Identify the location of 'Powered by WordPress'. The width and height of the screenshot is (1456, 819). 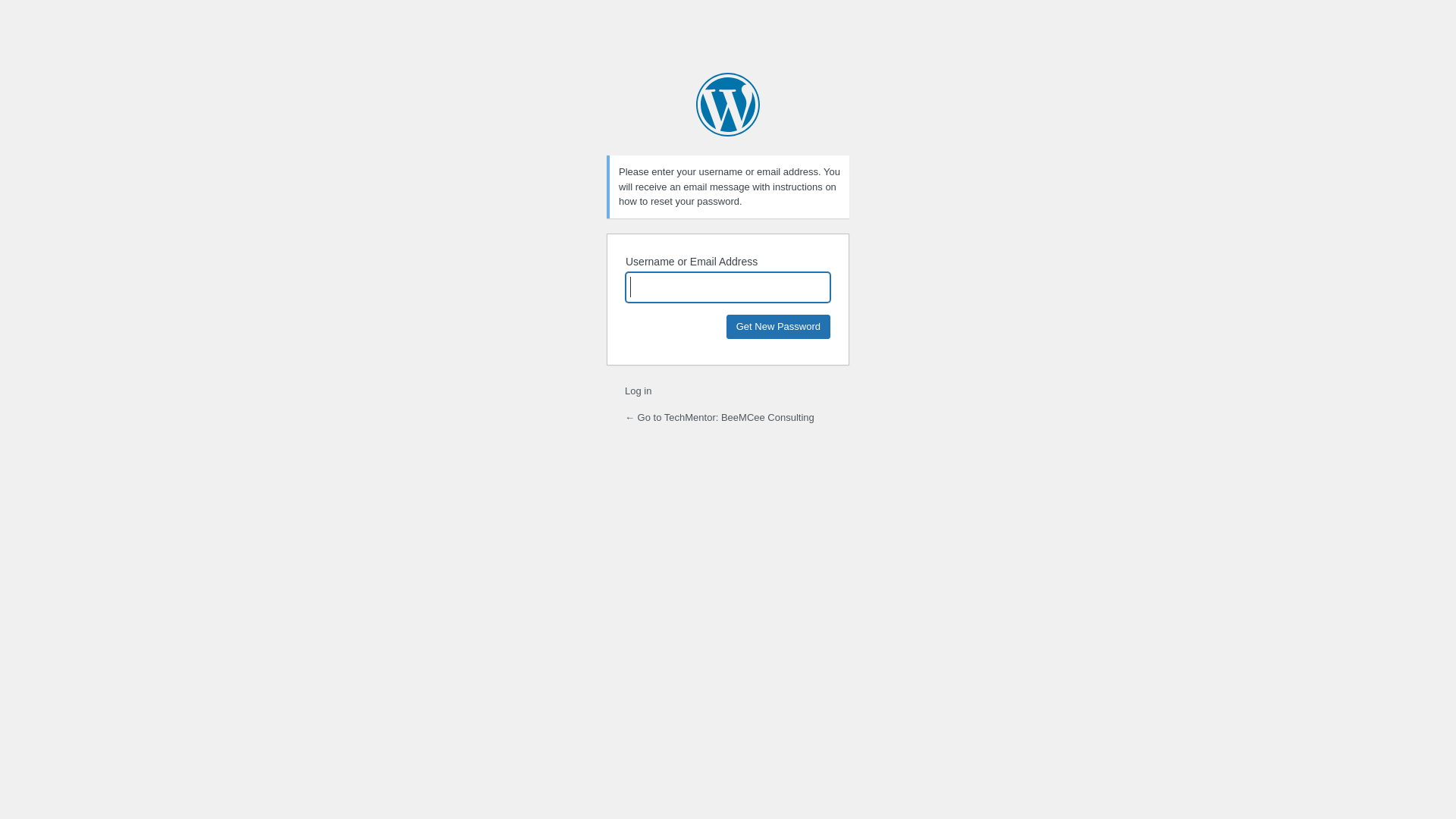
(728, 104).